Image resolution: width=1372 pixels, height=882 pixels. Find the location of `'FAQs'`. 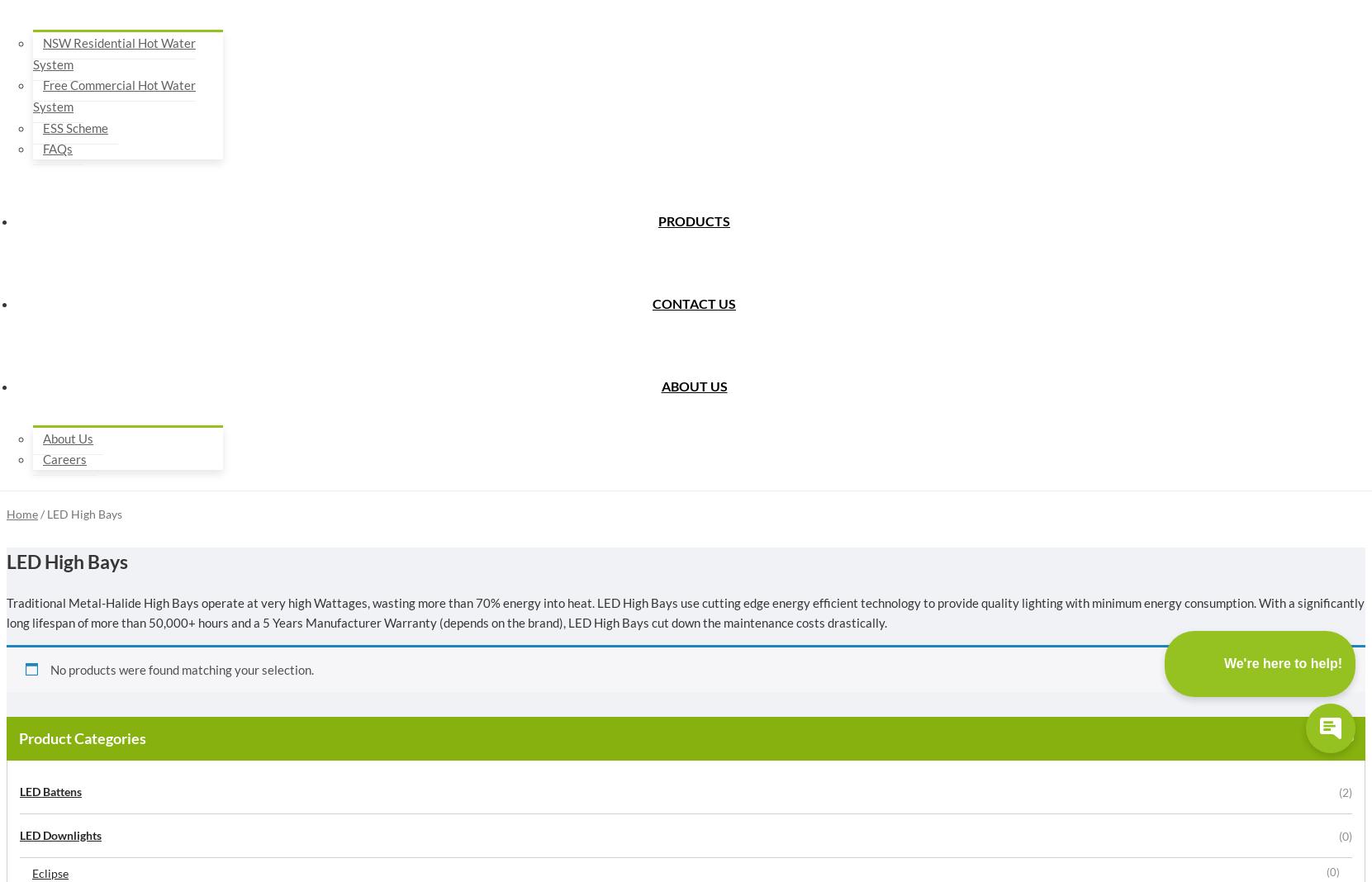

'FAQs' is located at coordinates (56, 149).